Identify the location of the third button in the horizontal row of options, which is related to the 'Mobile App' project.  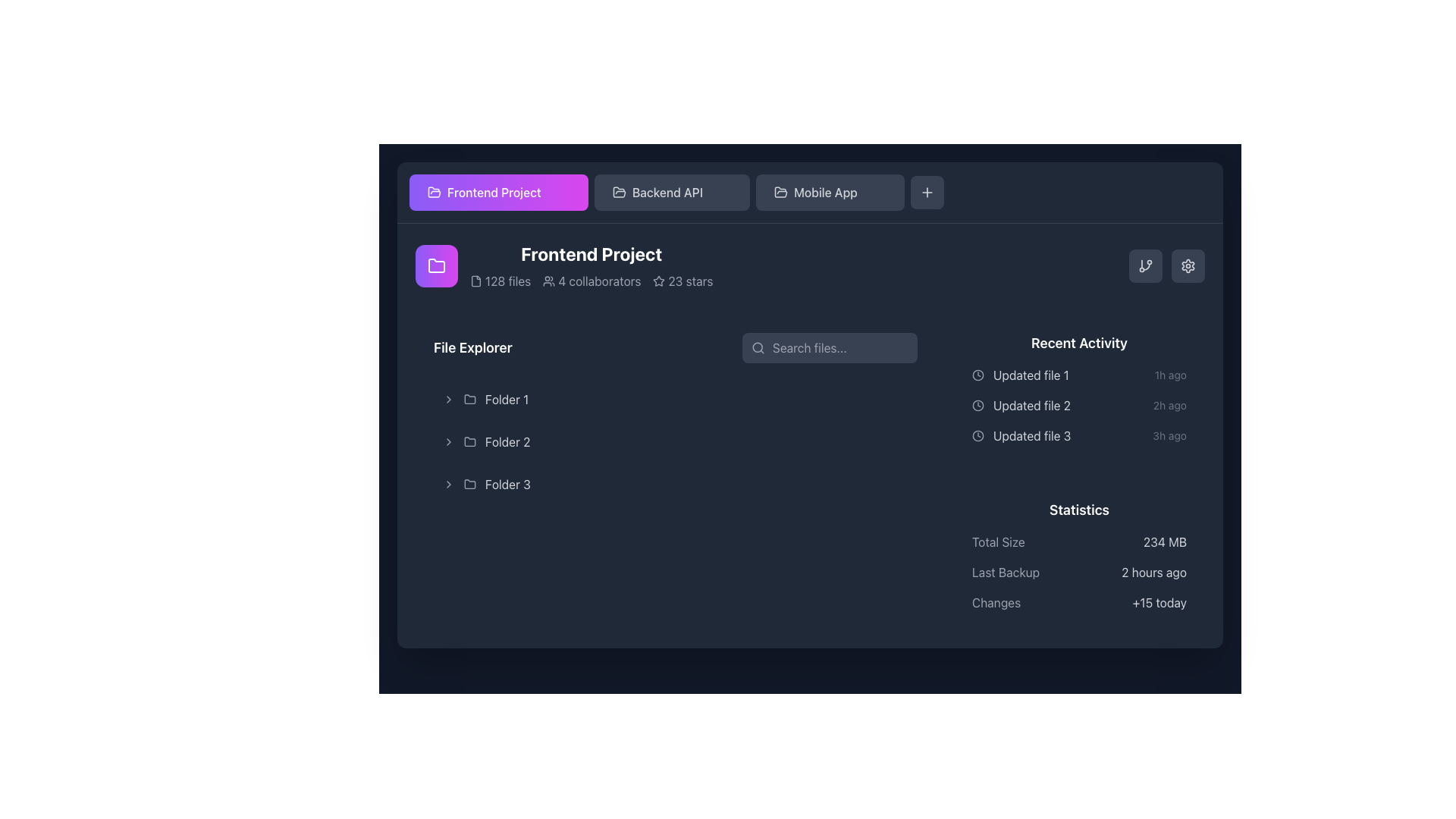
(829, 192).